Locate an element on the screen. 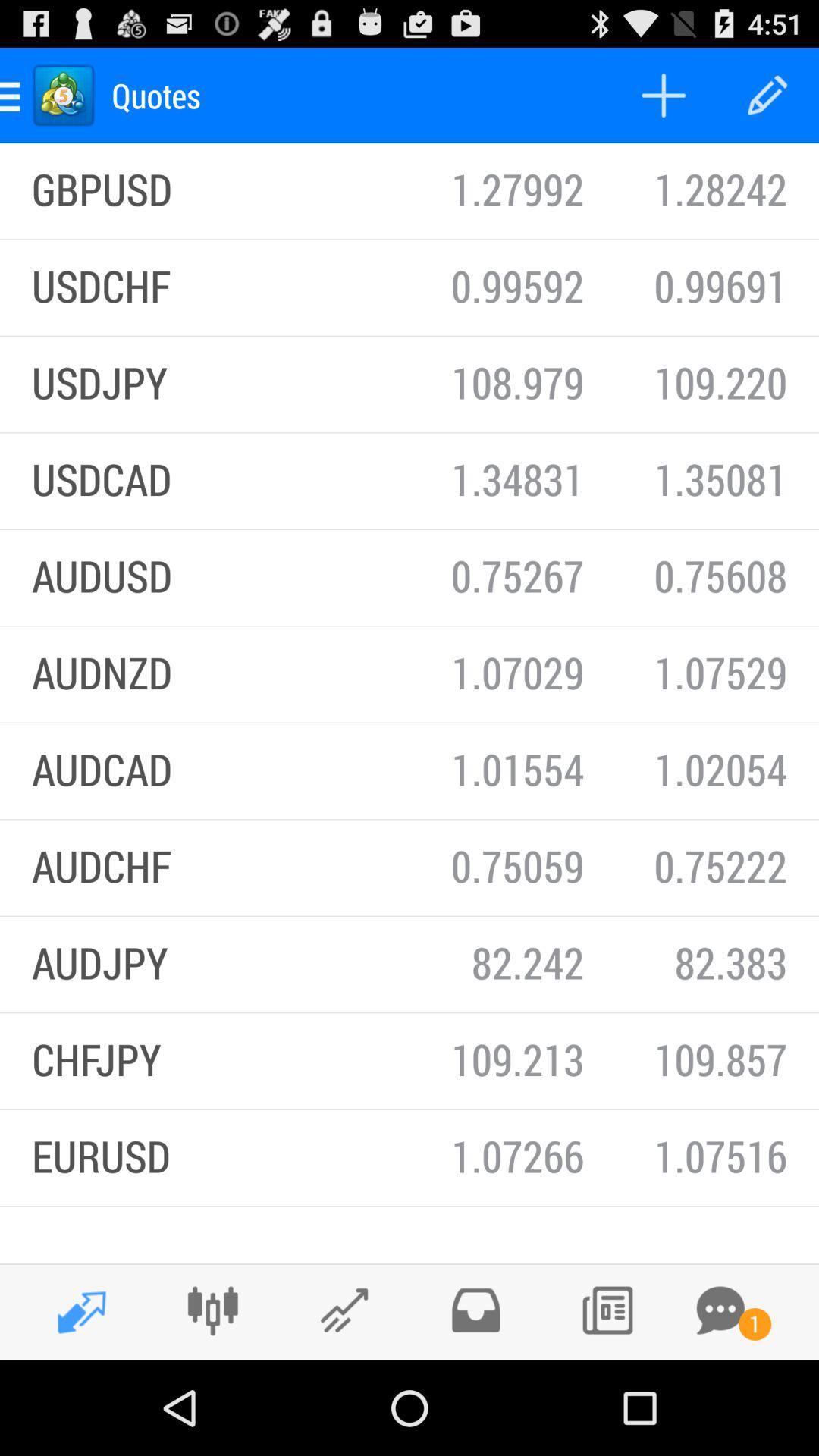  the edit icon is located at coordinates (74, 1402).